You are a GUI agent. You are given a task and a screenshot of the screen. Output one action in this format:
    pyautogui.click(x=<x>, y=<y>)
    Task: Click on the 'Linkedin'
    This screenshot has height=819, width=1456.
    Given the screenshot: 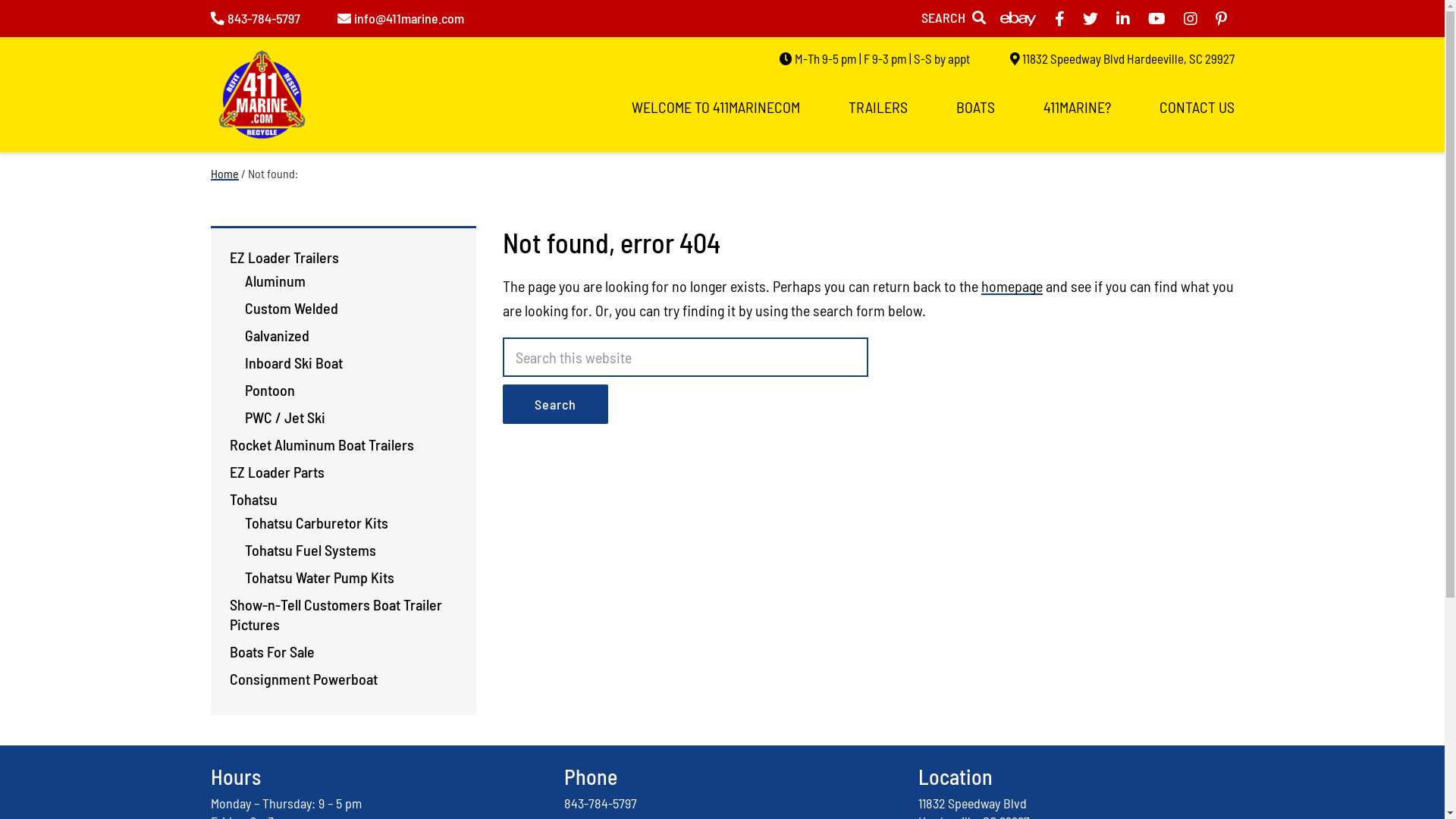 What is the action you would take?
    pyautogui.click(x=1123, y=18)
    